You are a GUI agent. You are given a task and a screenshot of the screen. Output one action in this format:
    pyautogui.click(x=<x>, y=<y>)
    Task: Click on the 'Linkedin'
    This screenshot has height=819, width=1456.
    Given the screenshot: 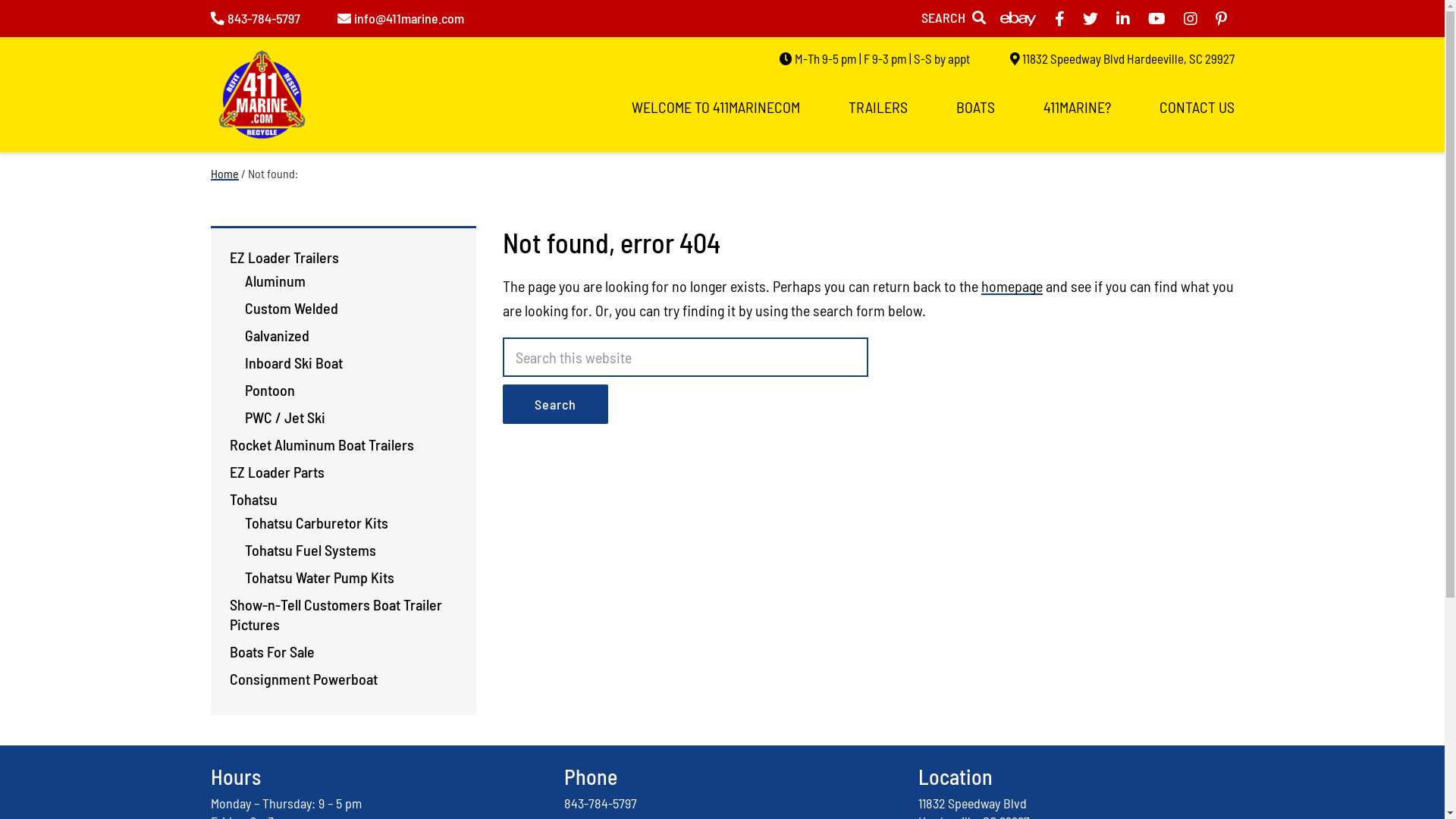 What is the action you would take?
    pyautogui.click(x=1123, y=18)
    